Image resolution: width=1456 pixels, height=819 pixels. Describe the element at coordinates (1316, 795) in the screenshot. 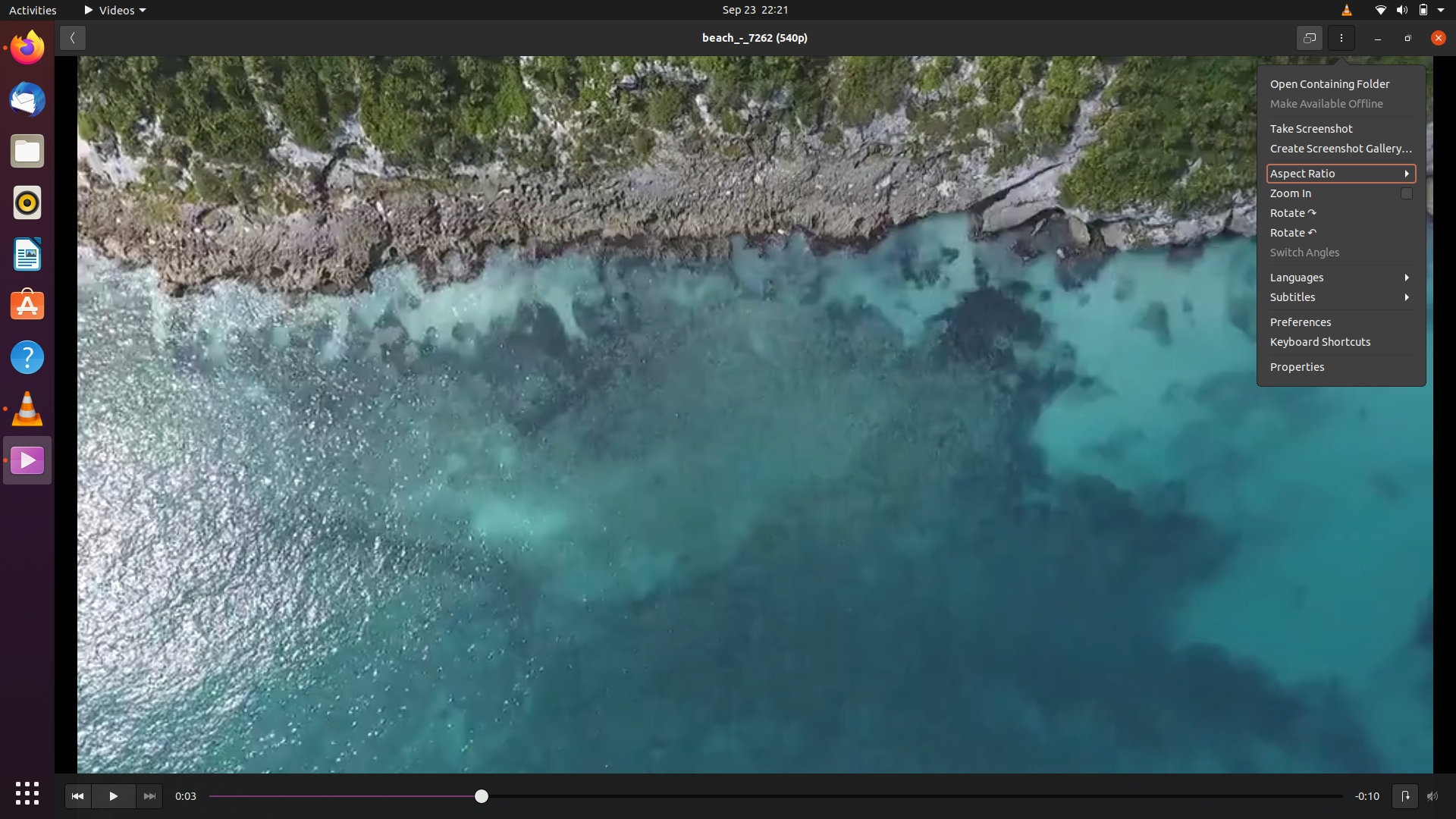

I see `Move to the last second of the current video` at that location.